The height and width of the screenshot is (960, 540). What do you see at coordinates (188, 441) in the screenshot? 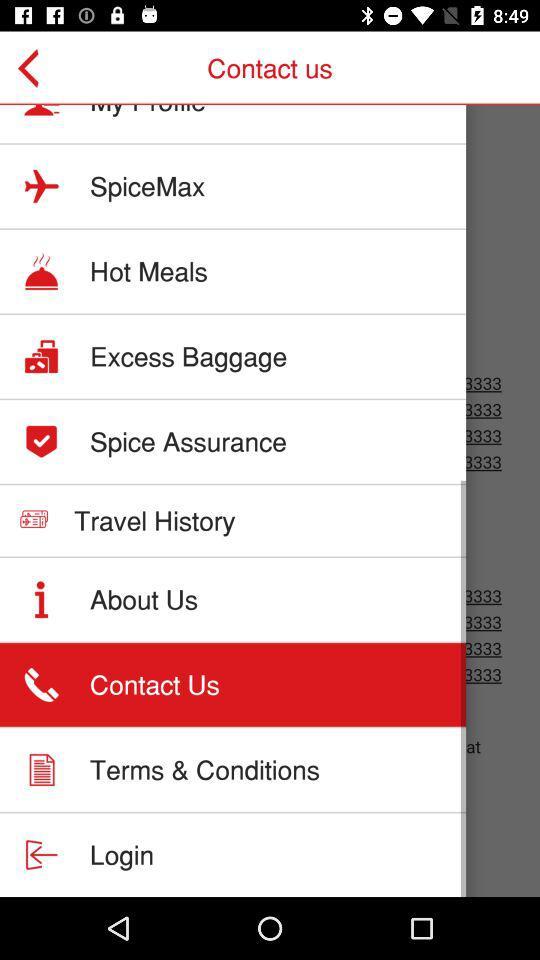
I see `the spice assurance item` at bounding box center [188, 441].